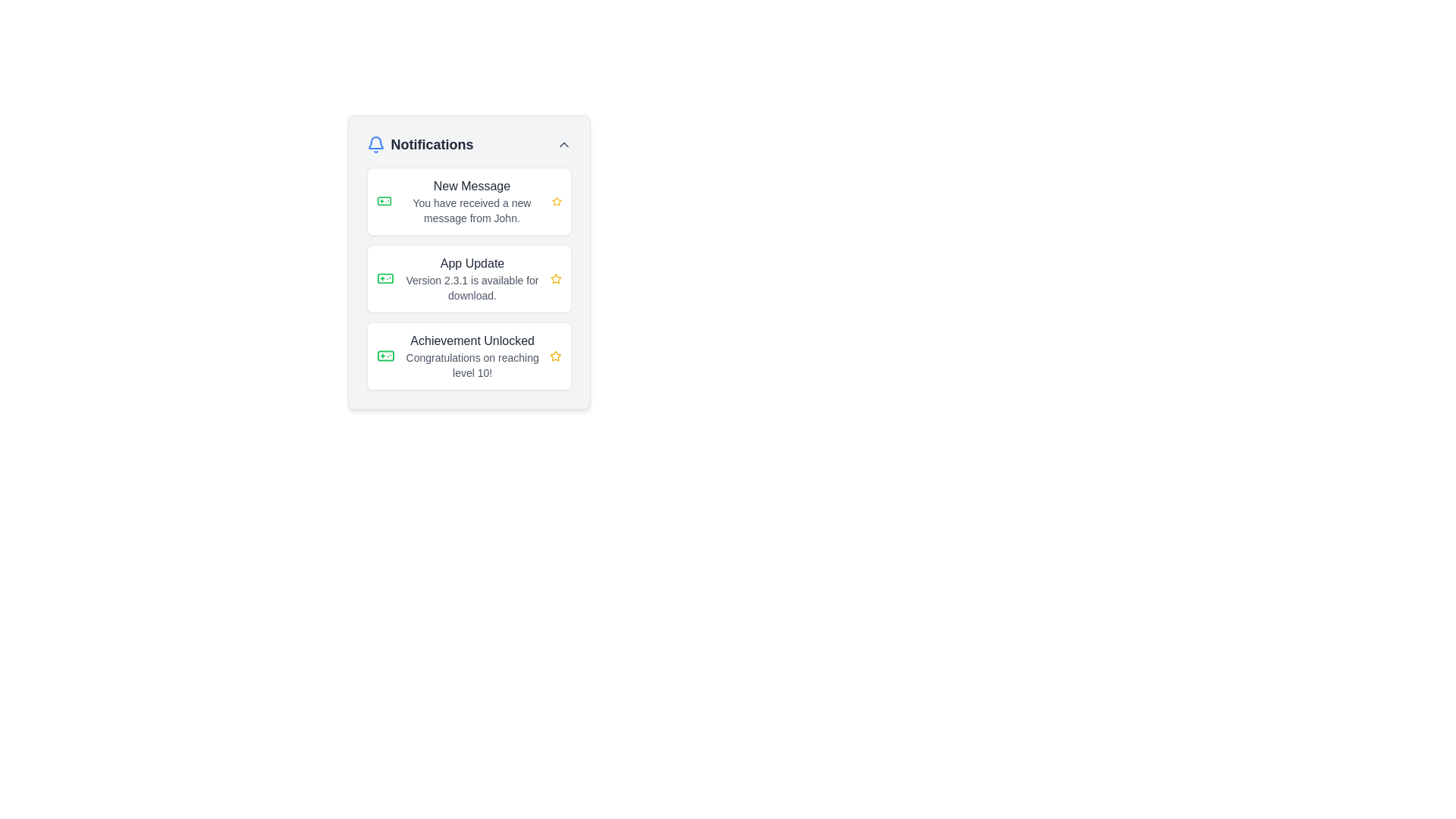 Image resolution: width=1456 pixels, height=819 pixels. What do you see at coordinates (471, 186) in the screenshot?
I see `the primary title Text Label located at the top of the notification card, which summarizes the notification type` at bounding box center [471, 186].